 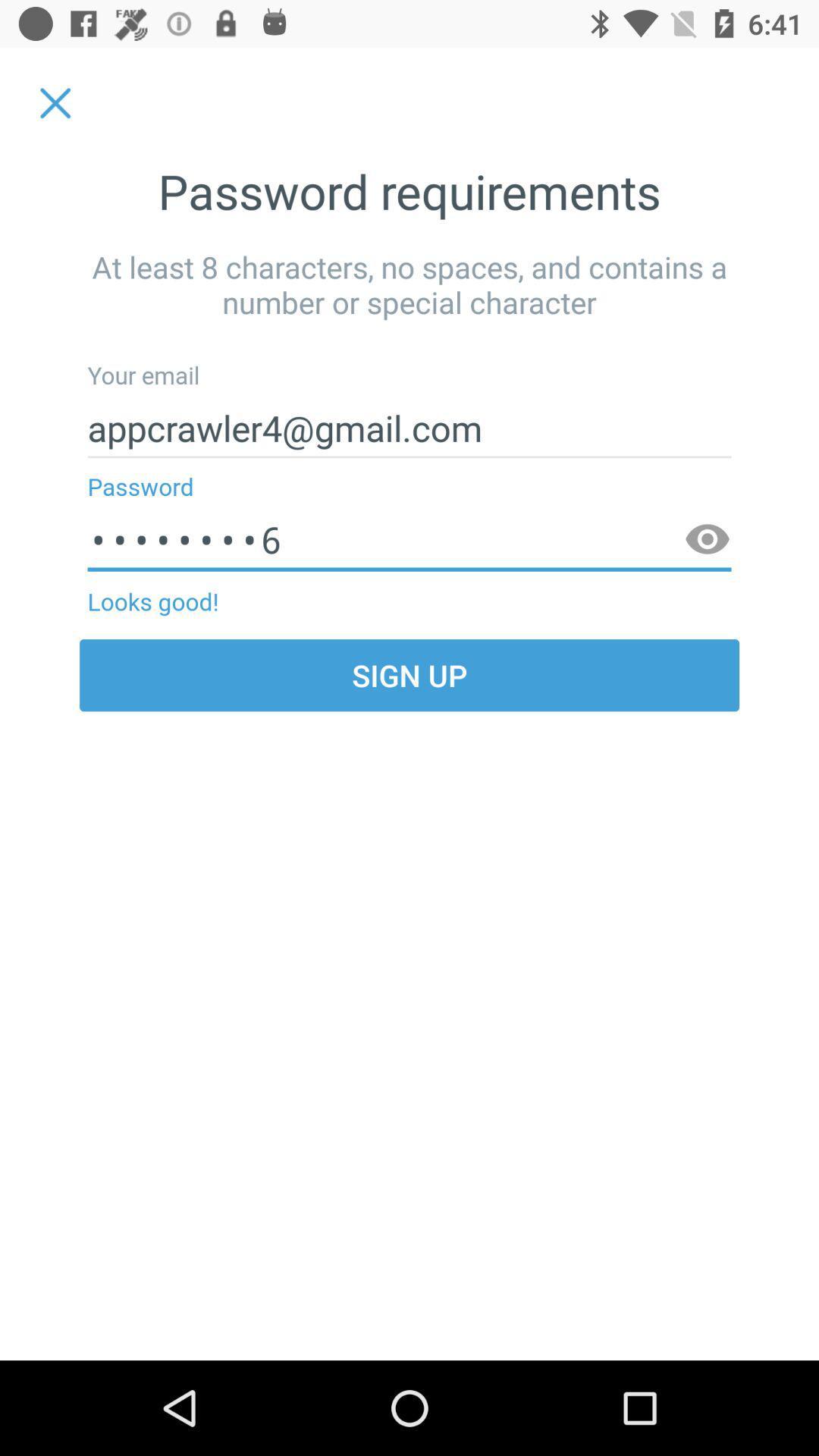 I want to click on item above at least 8 item, so click(x=55, y=102).